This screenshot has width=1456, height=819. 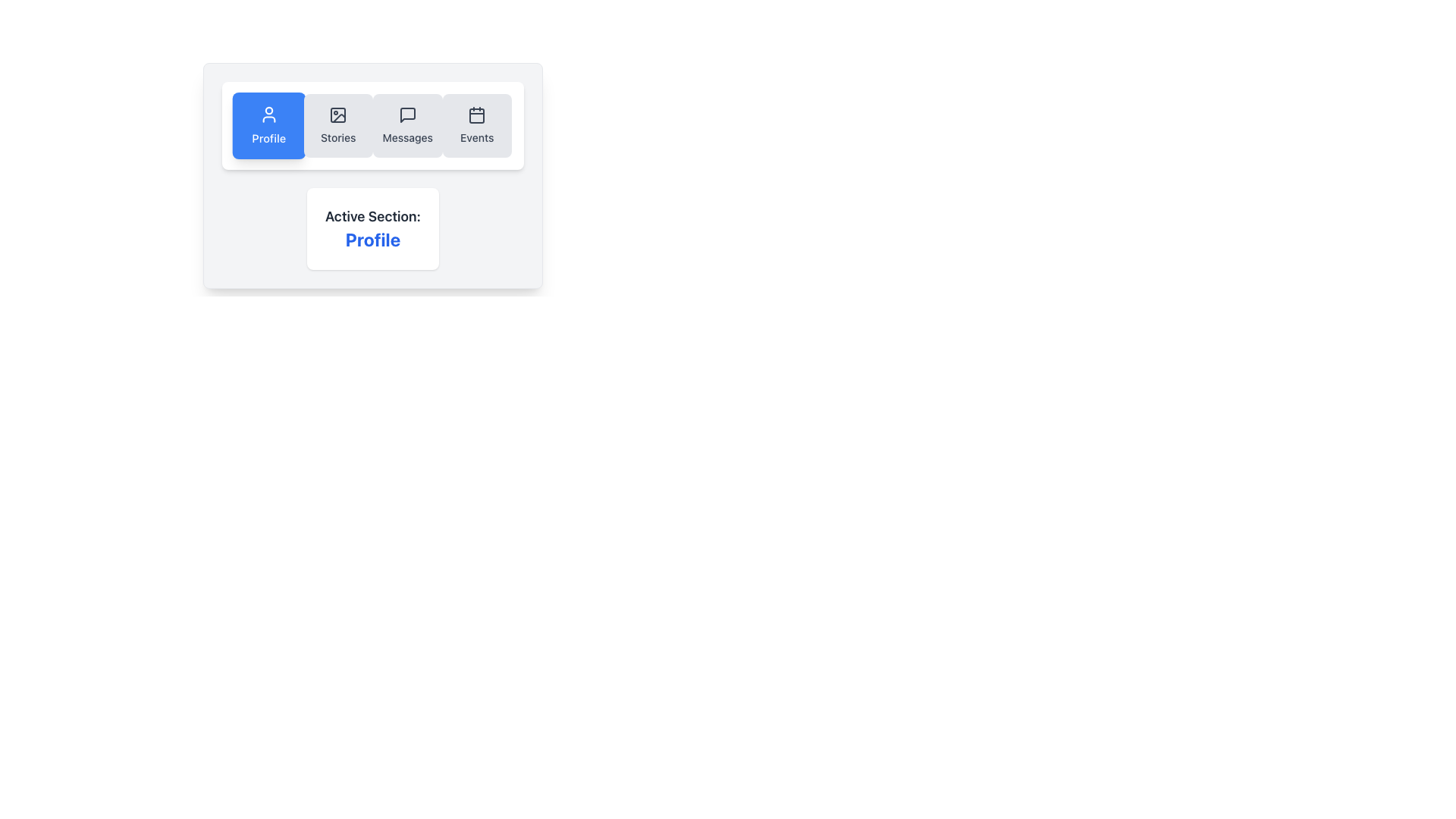 I want to click on the 'Events' button in the navigation panel, so click(x=476, y=124).